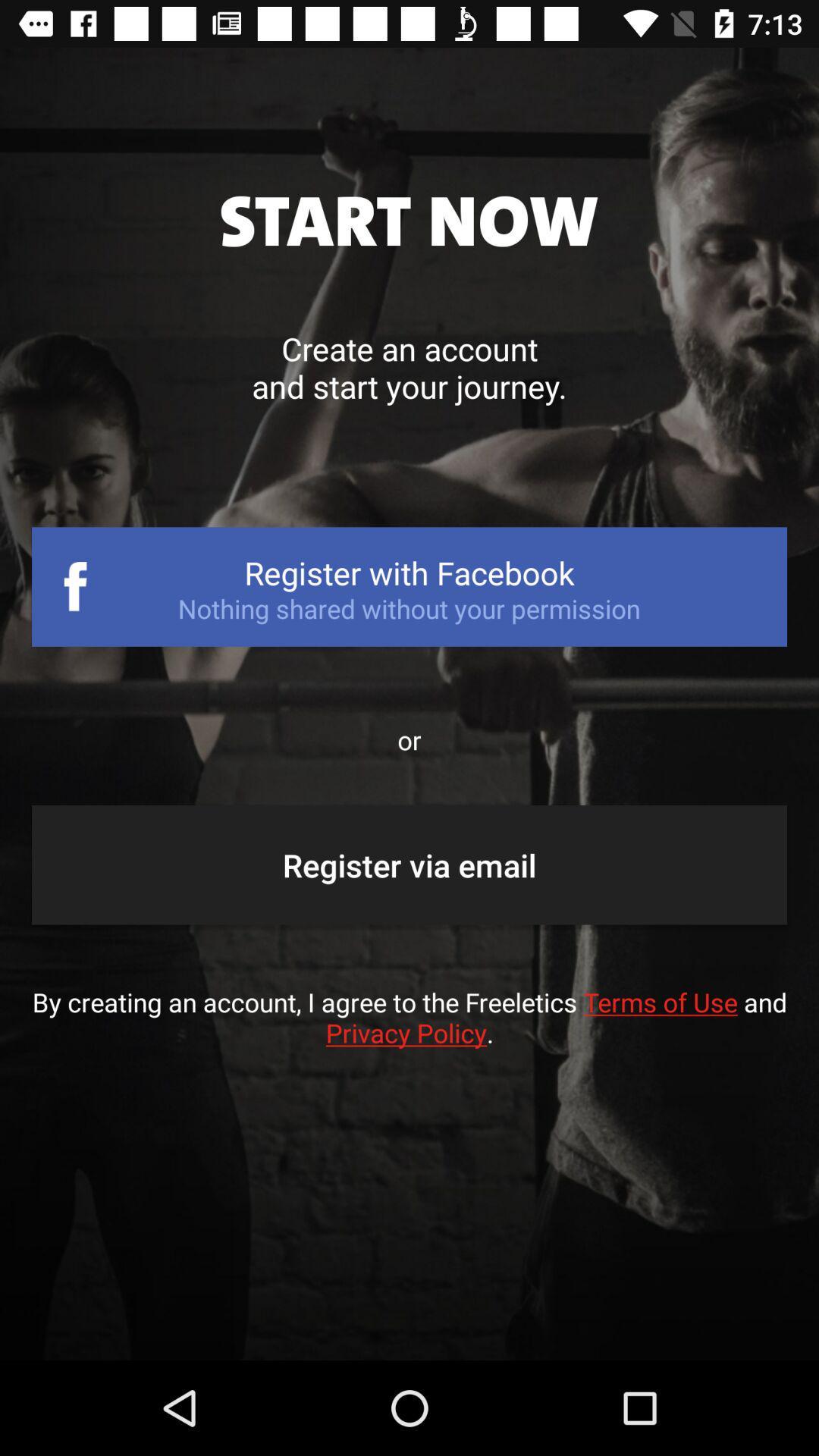 The width and height of the screenshot is (819, 1456). What do you see at coordinates (409, 1032) in the screenshot?
I see `by creating an icon` at bounding box center [409, 1032].